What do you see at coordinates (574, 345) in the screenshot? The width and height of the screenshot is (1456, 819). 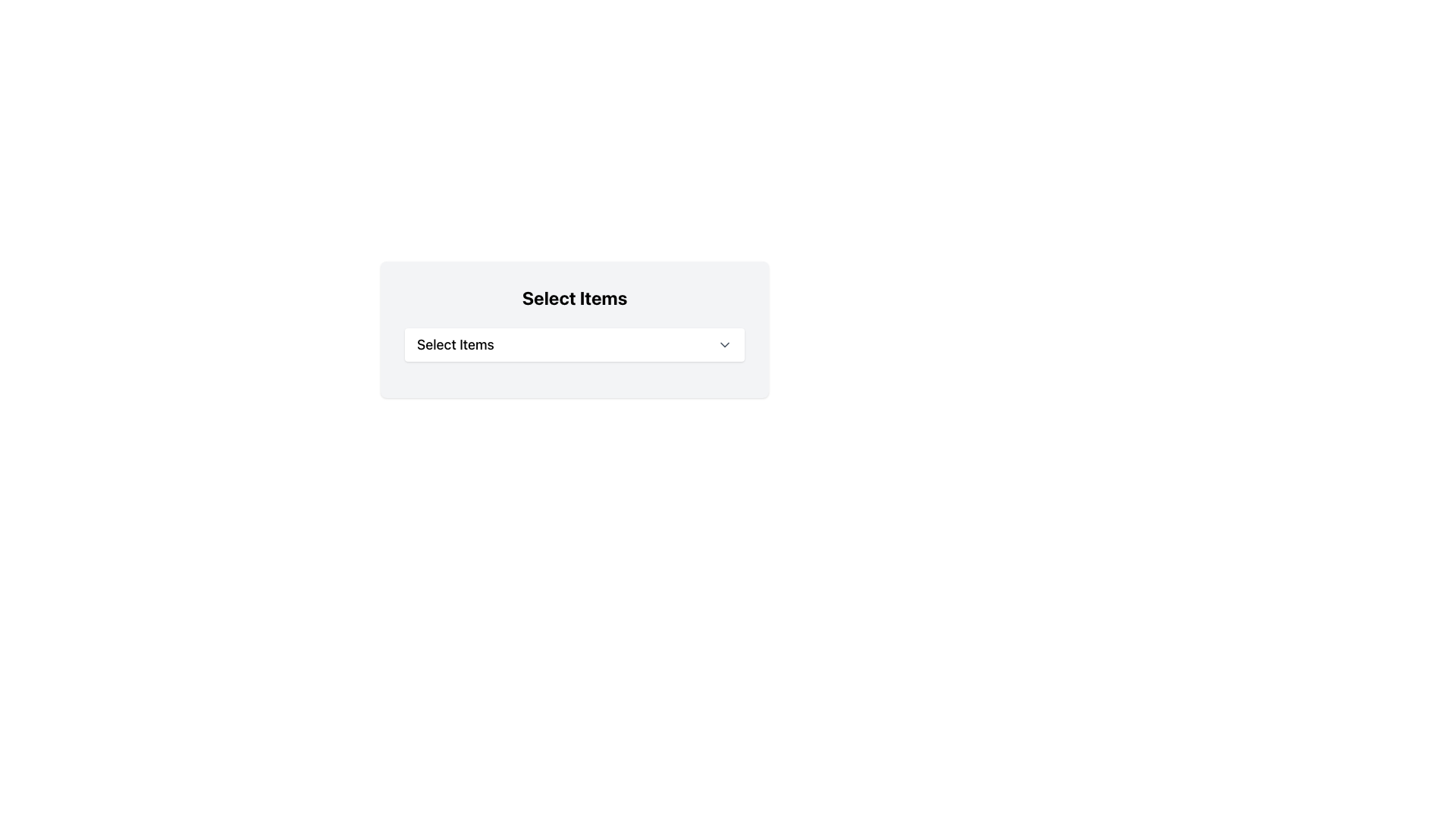 I see `the dropdown button located below the title 'Select Items' by pressing a key` at bounding box center [574, 345].